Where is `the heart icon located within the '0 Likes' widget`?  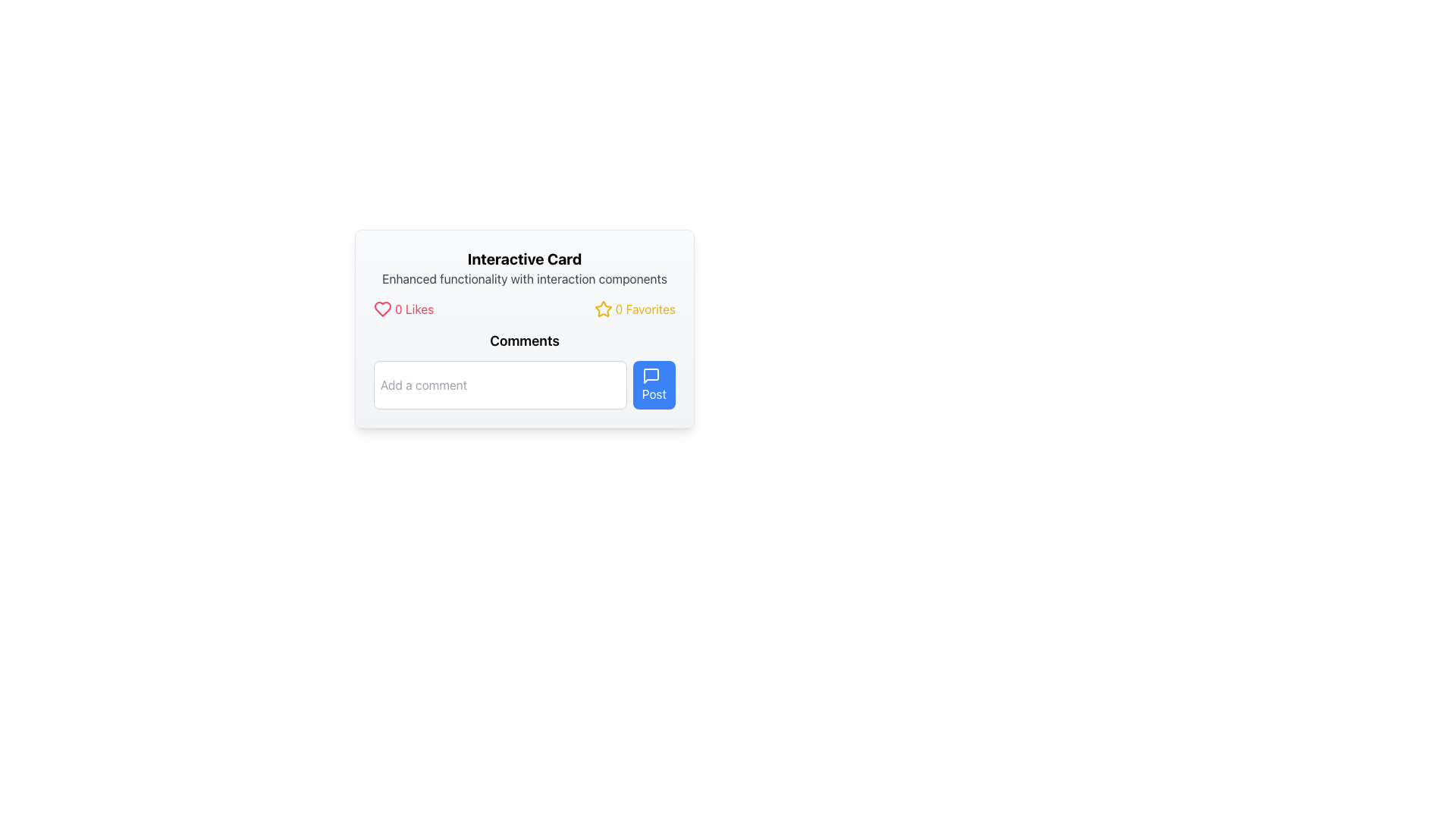
the heart icon located within the '0 Likes' widget is located at coordinates (382, 309).